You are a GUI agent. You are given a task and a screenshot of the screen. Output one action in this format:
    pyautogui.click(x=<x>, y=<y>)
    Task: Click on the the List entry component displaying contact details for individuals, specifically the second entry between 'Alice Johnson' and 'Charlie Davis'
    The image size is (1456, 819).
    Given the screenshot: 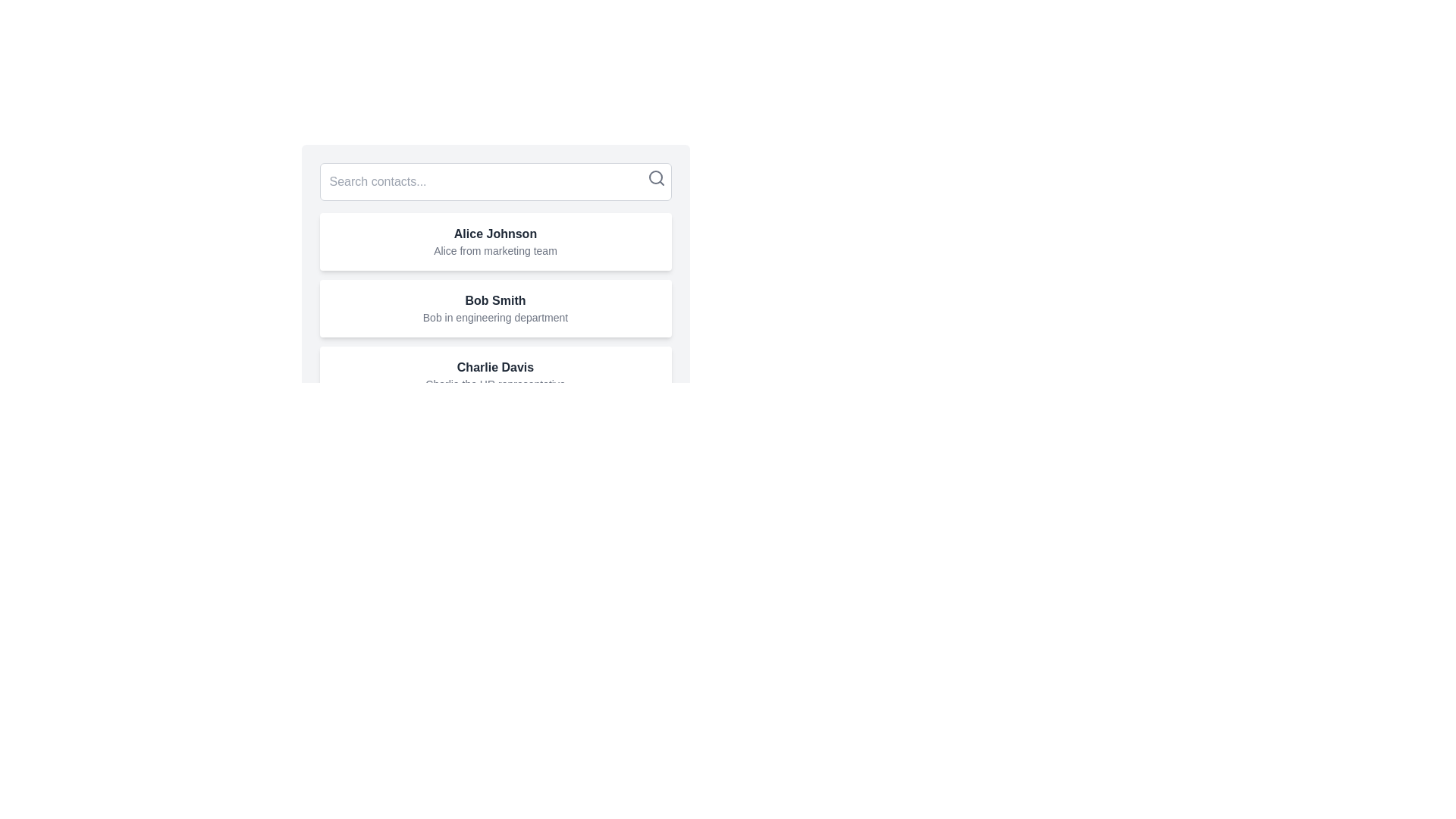 What is the action you would take?
    pyautogui.click(x=495, y=308)
    